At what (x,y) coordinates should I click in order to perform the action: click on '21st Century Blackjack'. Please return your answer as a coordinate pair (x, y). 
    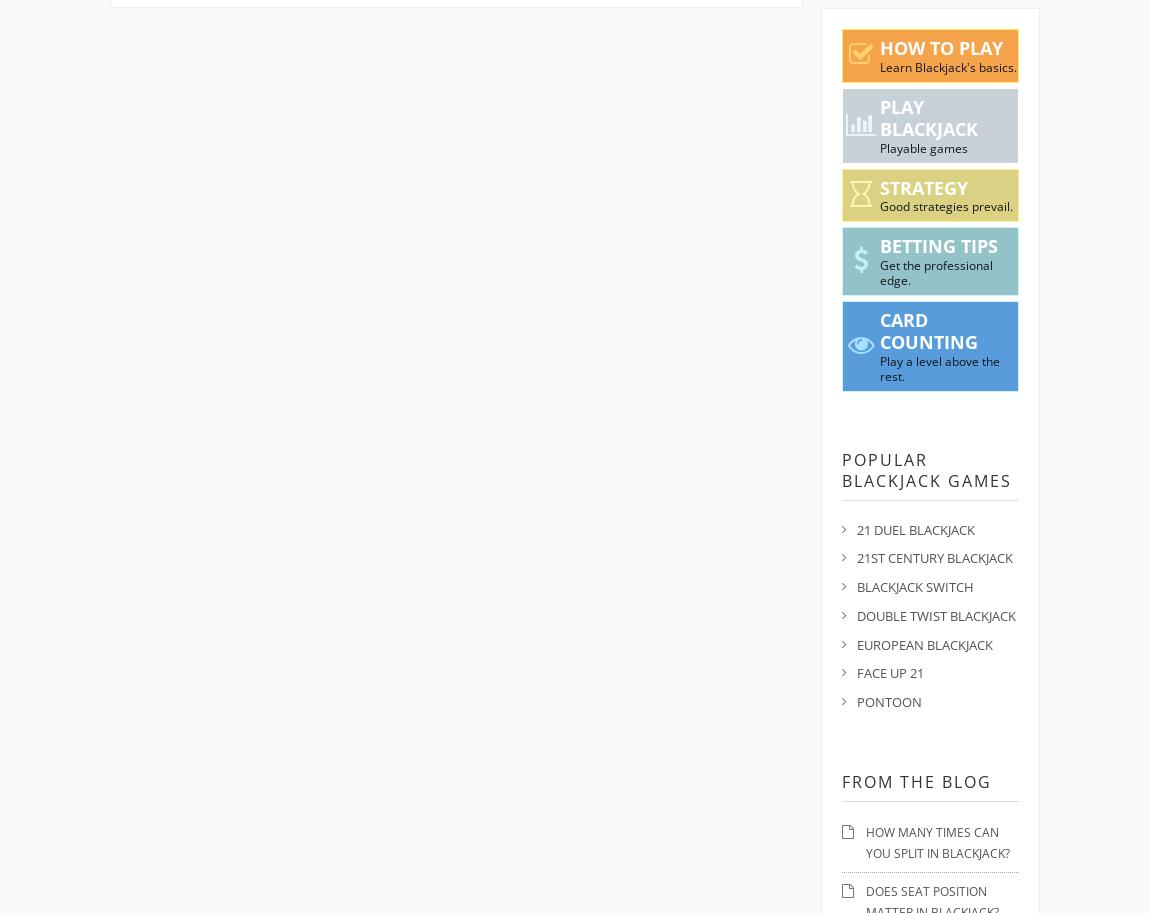
    Looking at the image, I should click on (934, 557).